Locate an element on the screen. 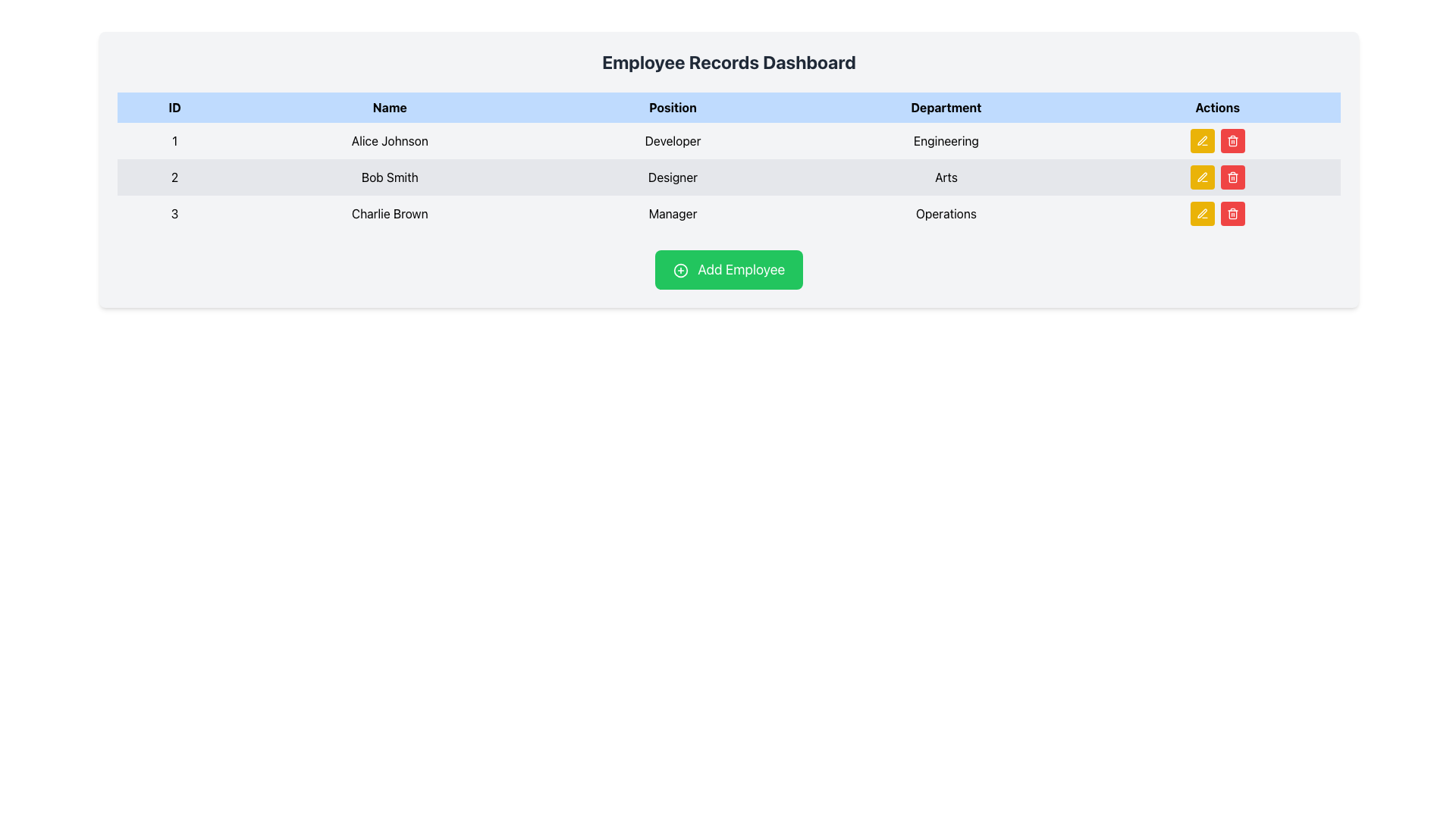 This screenshot has height=819, width=1456. the 'Department' column header in the table, which indicates that the column contains department-related data is located at coordinates (946, 107).